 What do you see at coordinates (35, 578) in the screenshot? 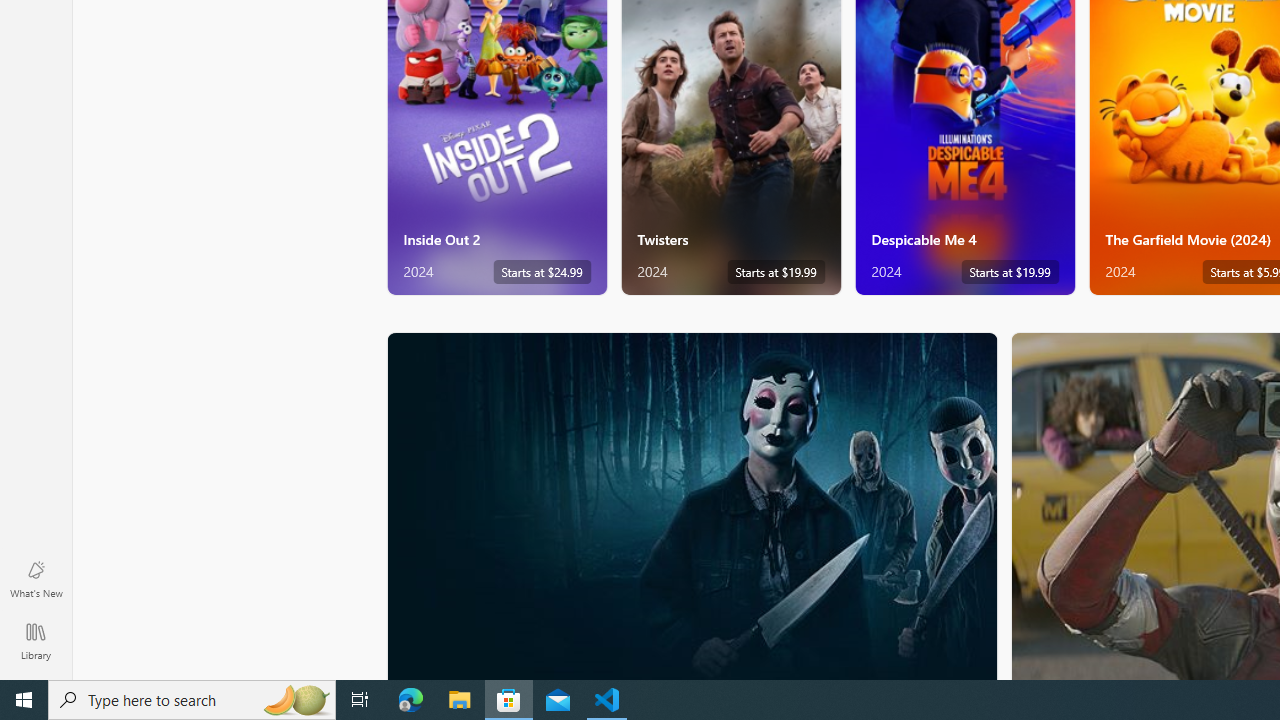
I see `'What'` at bounding box center [35, 578].